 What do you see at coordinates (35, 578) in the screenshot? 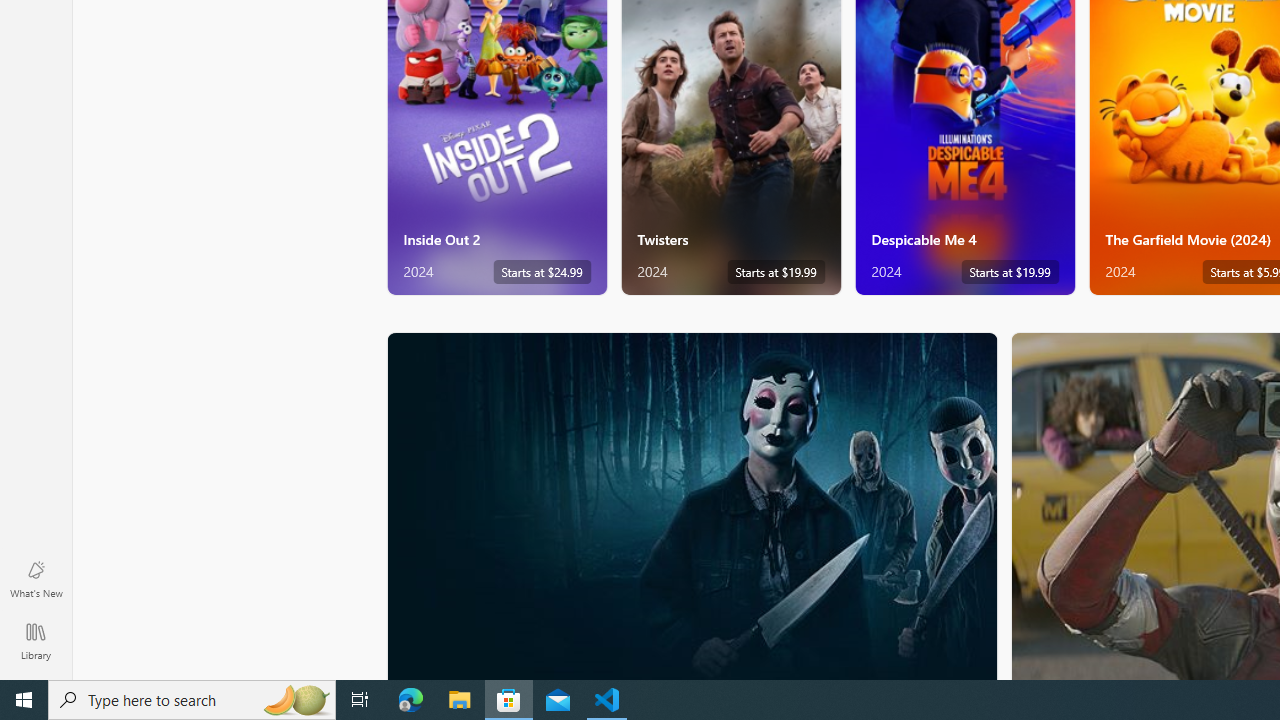
I see `'What'` at bounding box center [35, 578].